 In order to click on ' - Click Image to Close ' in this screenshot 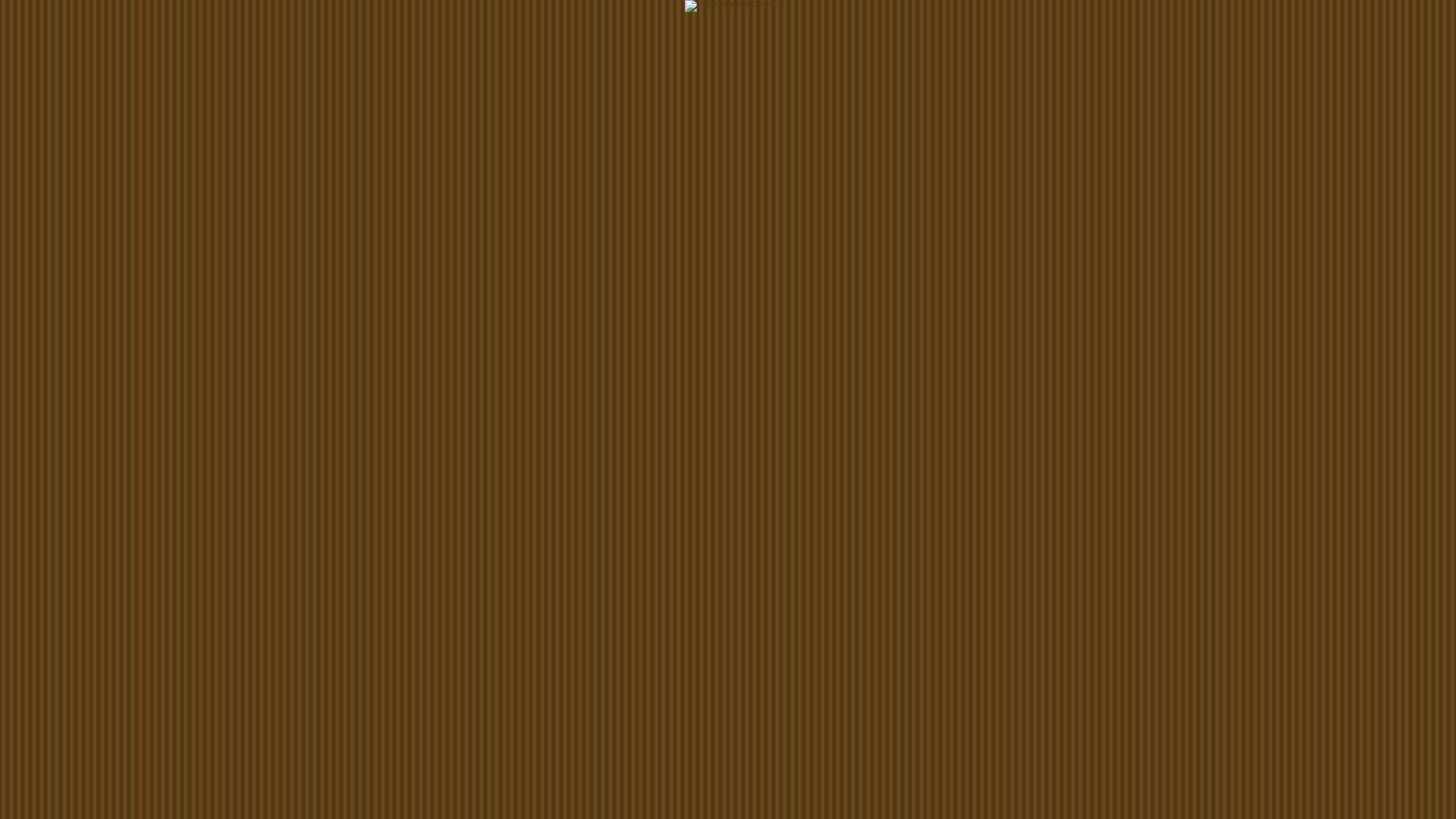, I will do `click(728, 5)`.